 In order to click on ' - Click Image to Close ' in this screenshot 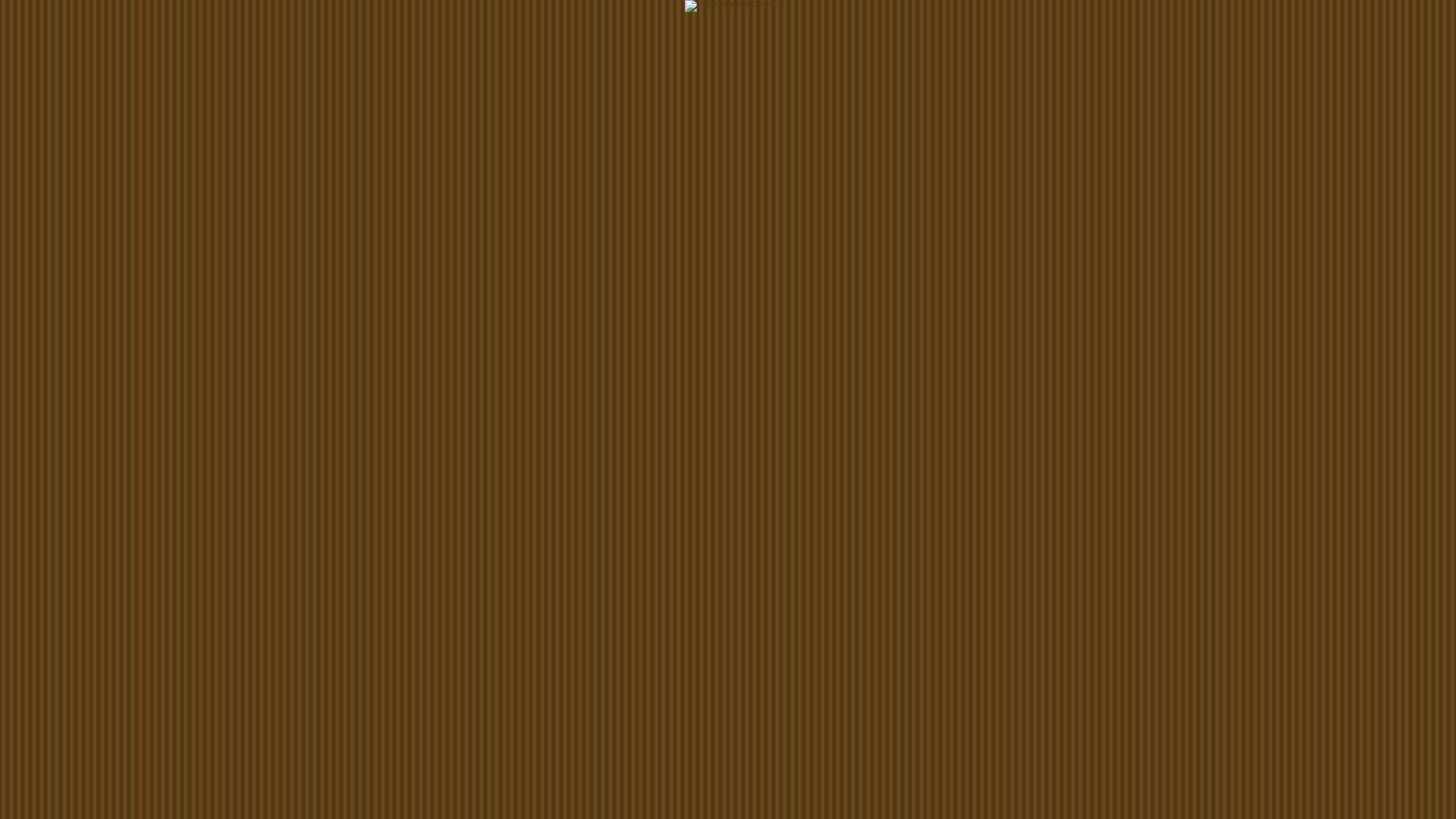, I will do `click(728, 5)`.